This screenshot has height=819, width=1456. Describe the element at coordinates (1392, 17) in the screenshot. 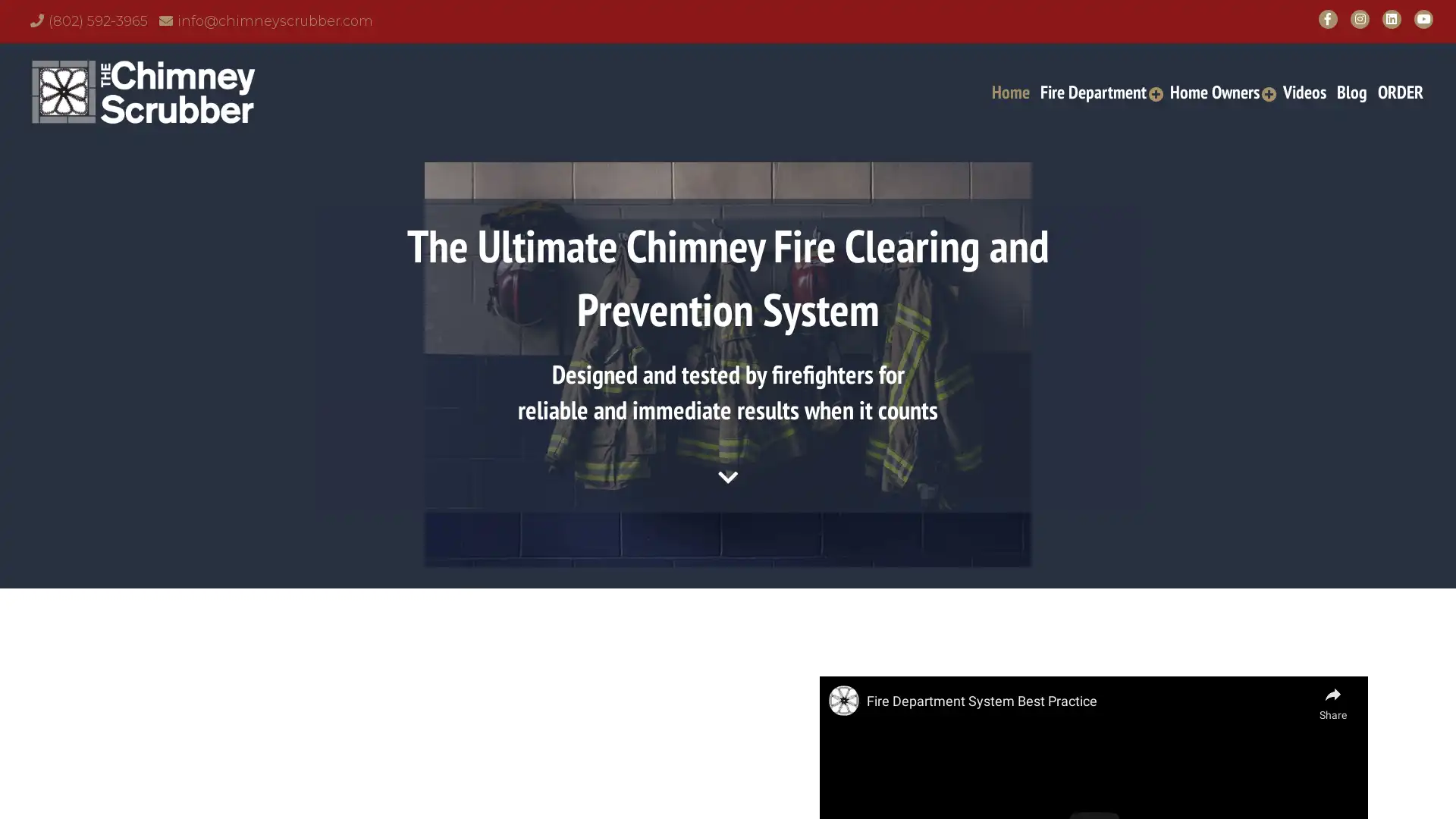

I see `LinkedIn` at that location.